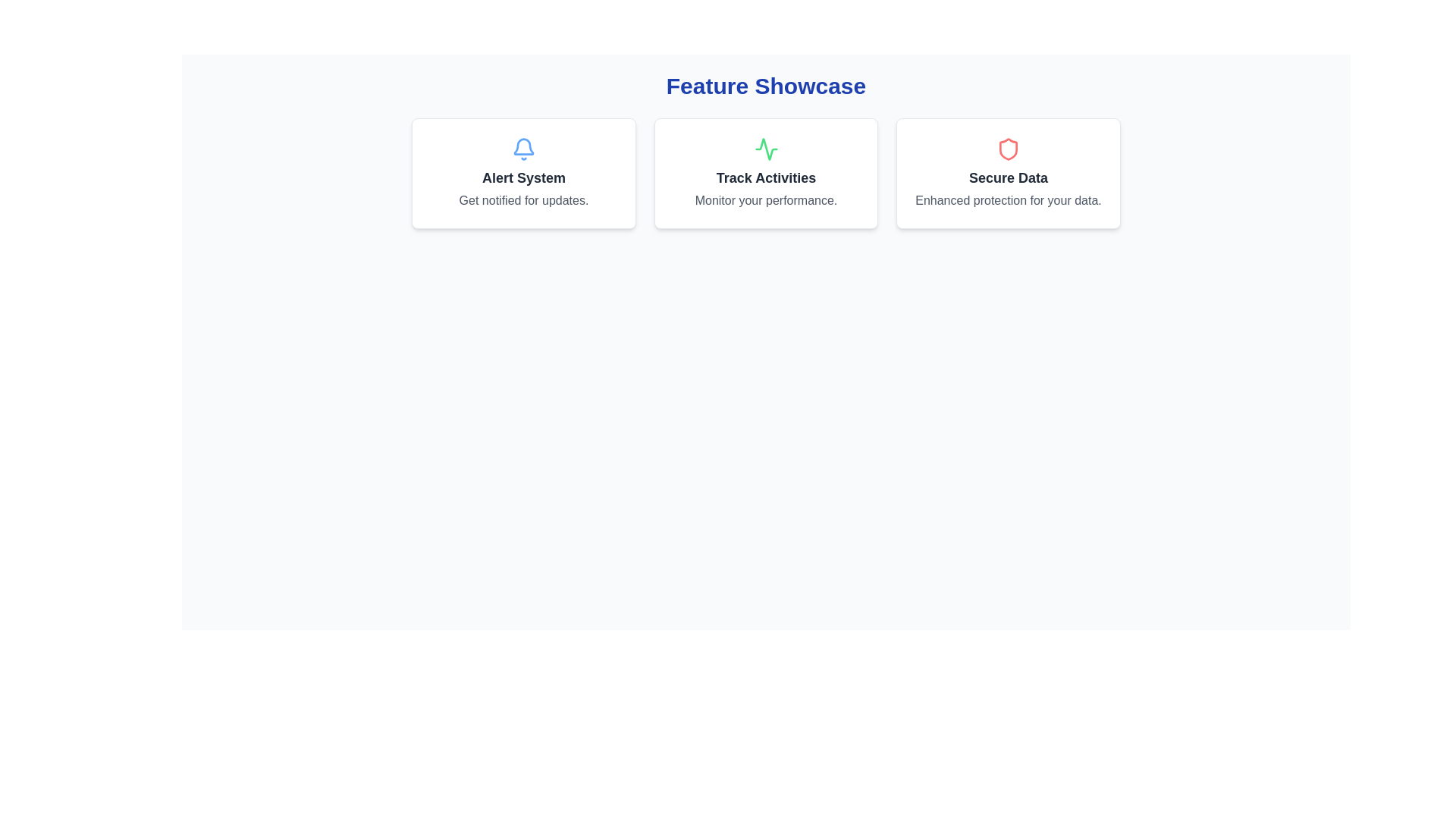 Image resolution: width=1456 pixels, height=819 pixels. What do you see at coordinates (524, 146) in the screenshot?
I see `the blue bell-shaped icon located in the 'Alert System' section, positioned above the text 'Get notified for updates.'` at bounding box center [524, 146].